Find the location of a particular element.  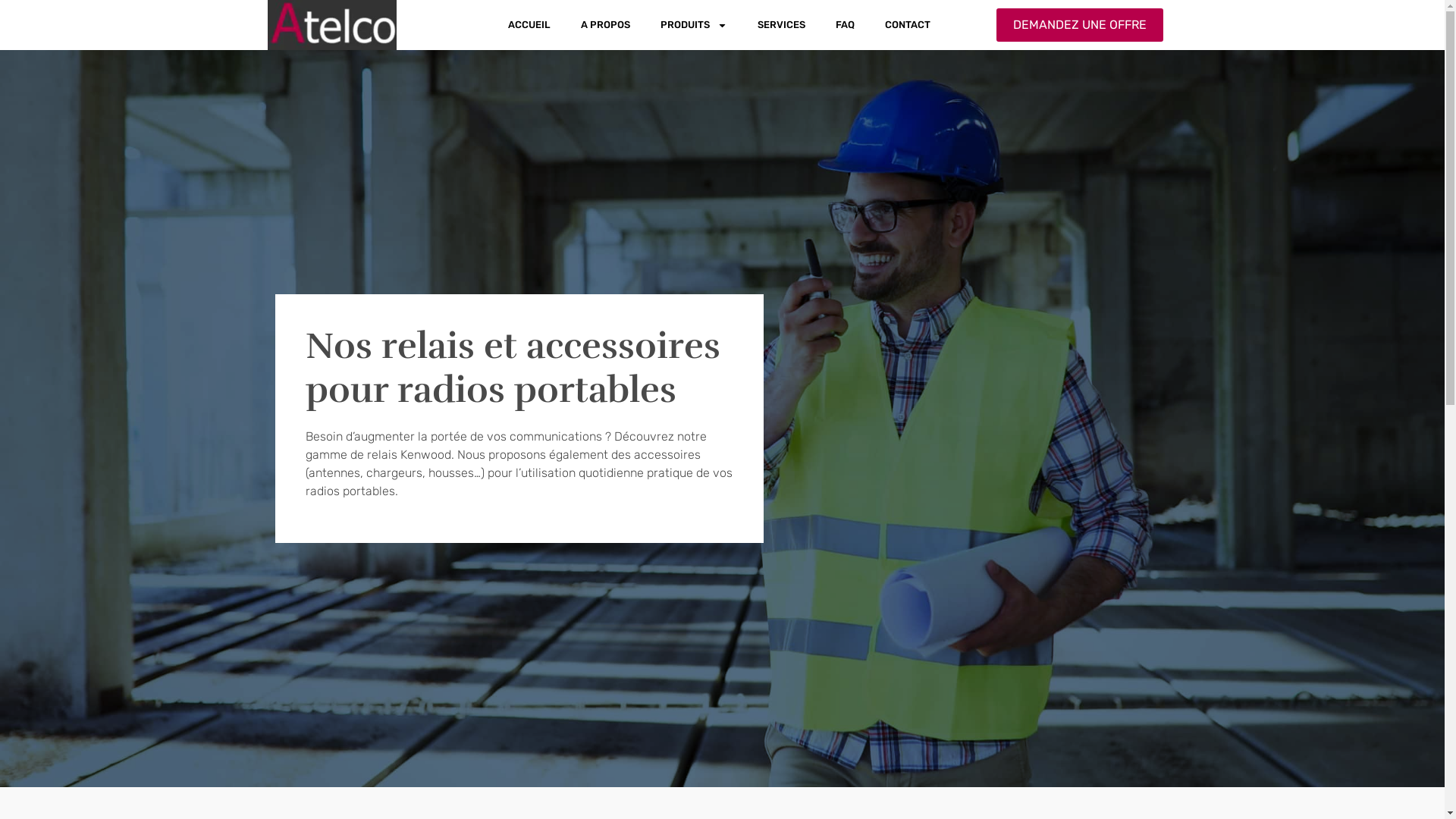

'A PROPOS' is located at coordinates (604, 25).